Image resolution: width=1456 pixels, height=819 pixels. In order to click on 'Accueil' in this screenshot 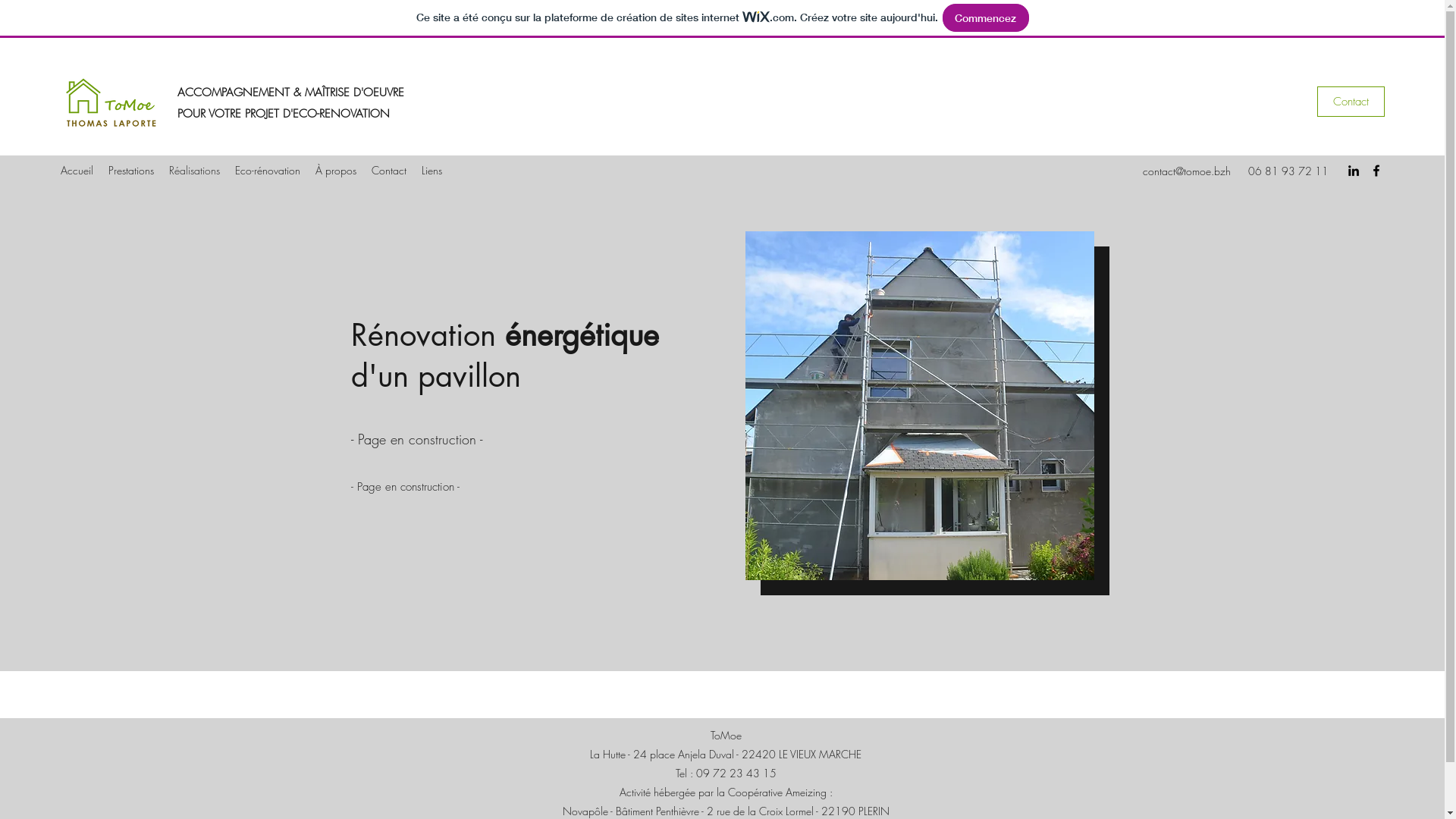, I will do `click(76, 170)`.